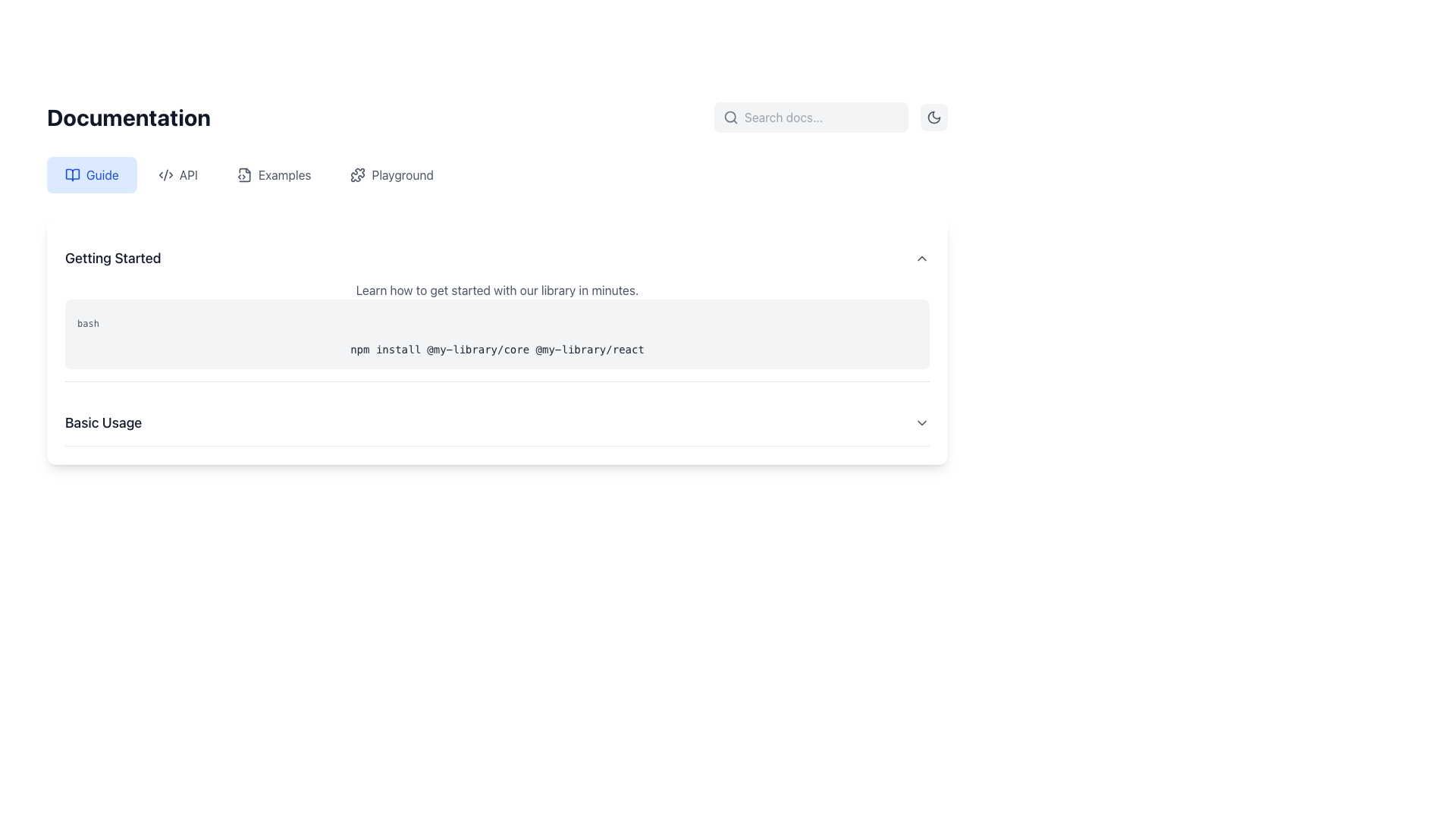  What do you see at coordinates (497, 423) in the screenshot?
I see `the Dropdown Trigger for 'Basic Usage' located in the fourth position under the 'Getting Started' category` at bounding box center [497, 423].